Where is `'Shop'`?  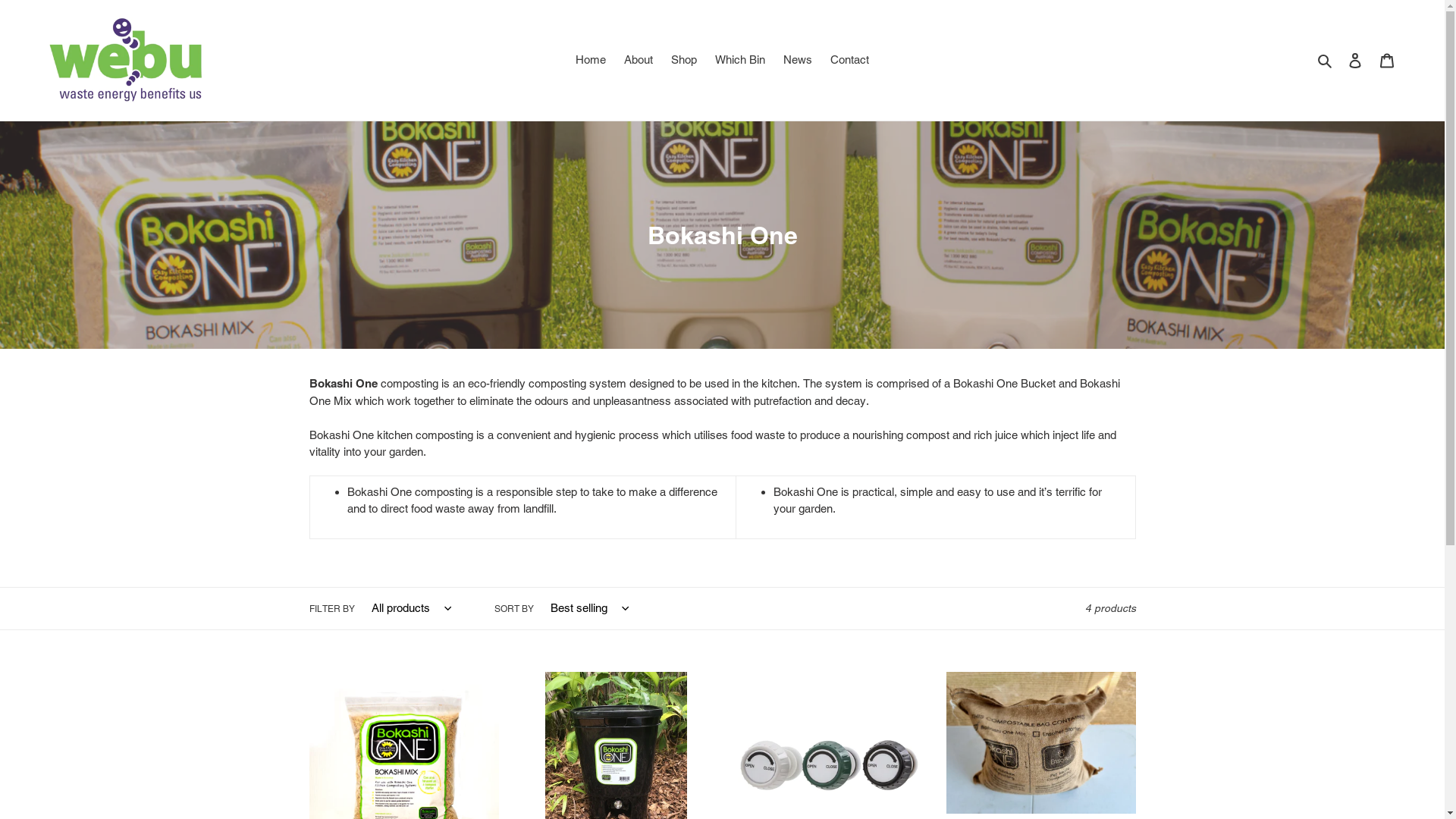
'Shop' is located at coordinates (663, 59).